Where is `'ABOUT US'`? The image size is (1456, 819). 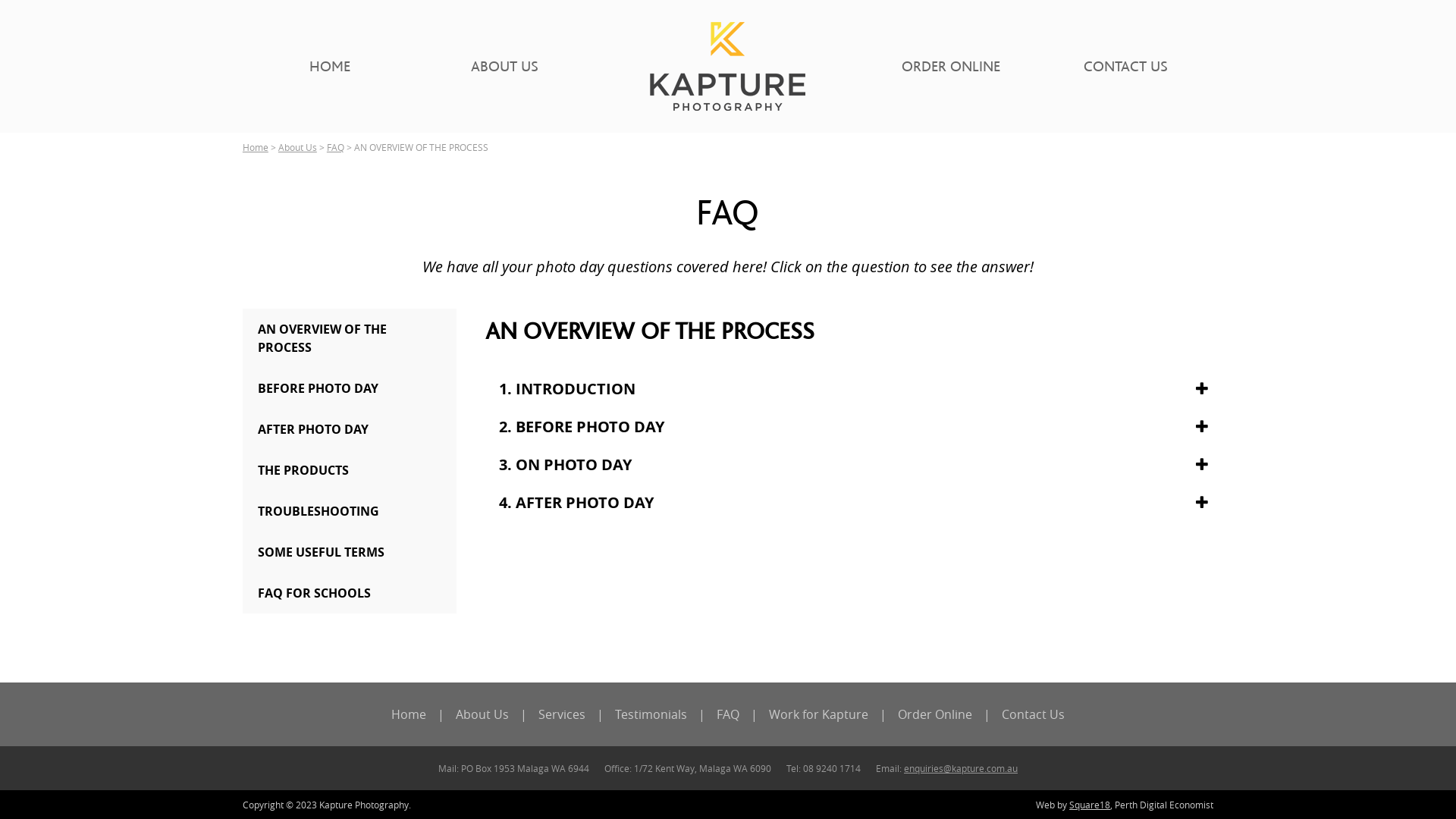
'ABOUT US' is located at coordinates (504, 65).